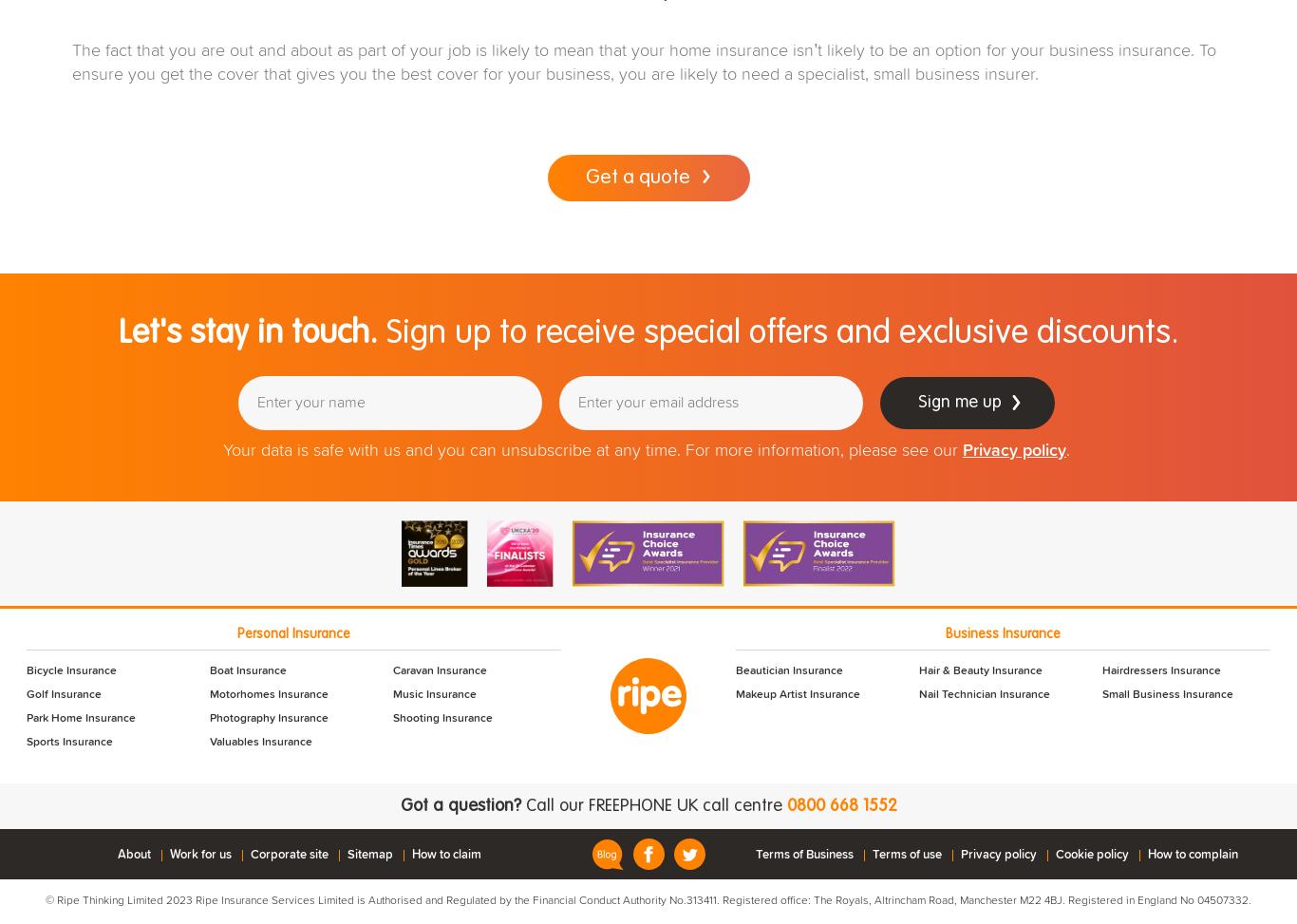 This screenshot has width=1297, height=924. I want to click on 'Personal Insurance', so click(292, 632).